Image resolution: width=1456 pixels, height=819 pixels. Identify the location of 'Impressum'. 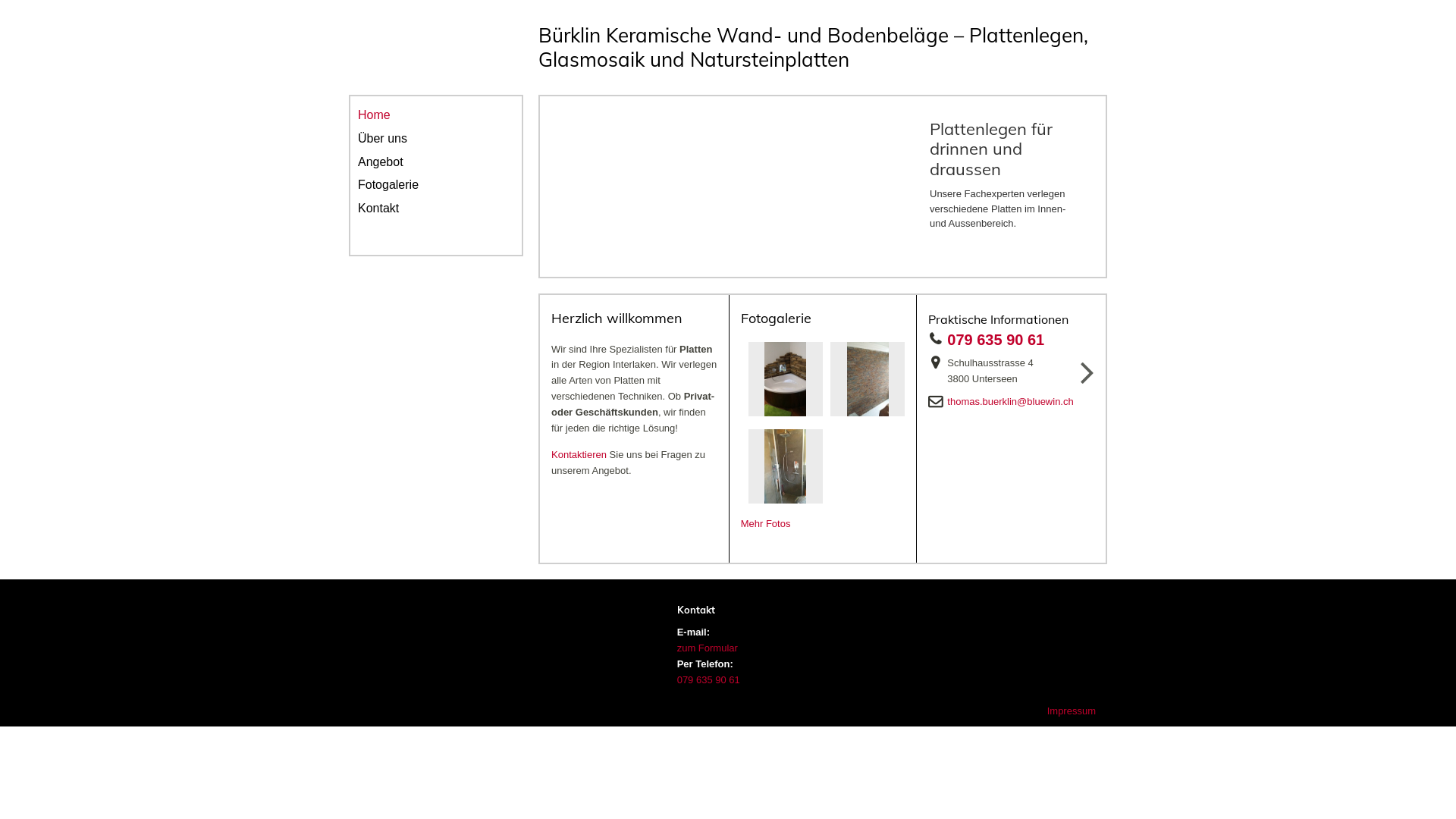
(1070, 711).